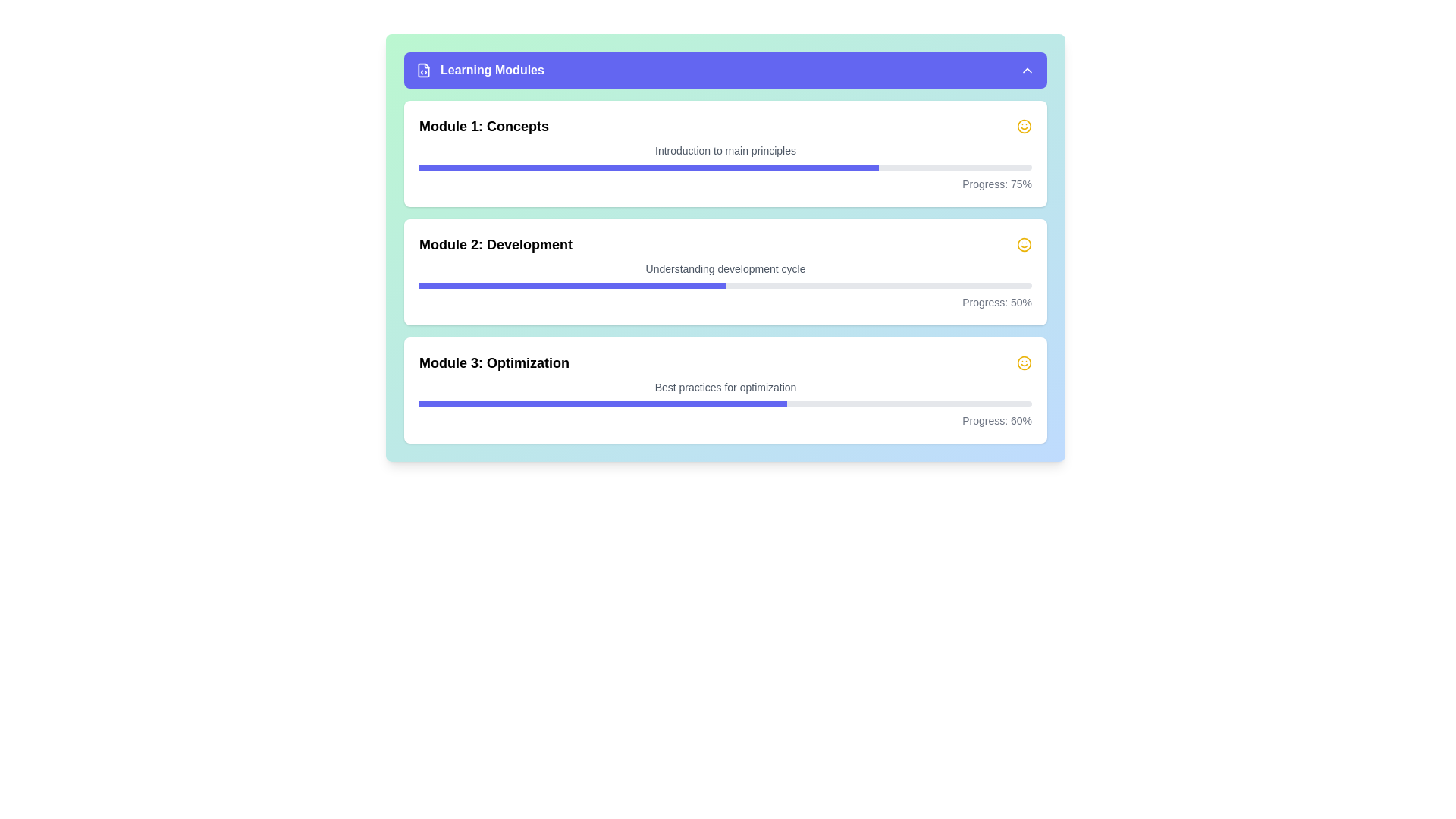  What do you see at coordinates (1024, 362) in the screenshot?
I see `the small smiling face icon styled in yellow with a circular outline, located in the top-right corner of the 'Module 3: Optimization' section, aligned with the section's title` at bounding box center [1024, 362].